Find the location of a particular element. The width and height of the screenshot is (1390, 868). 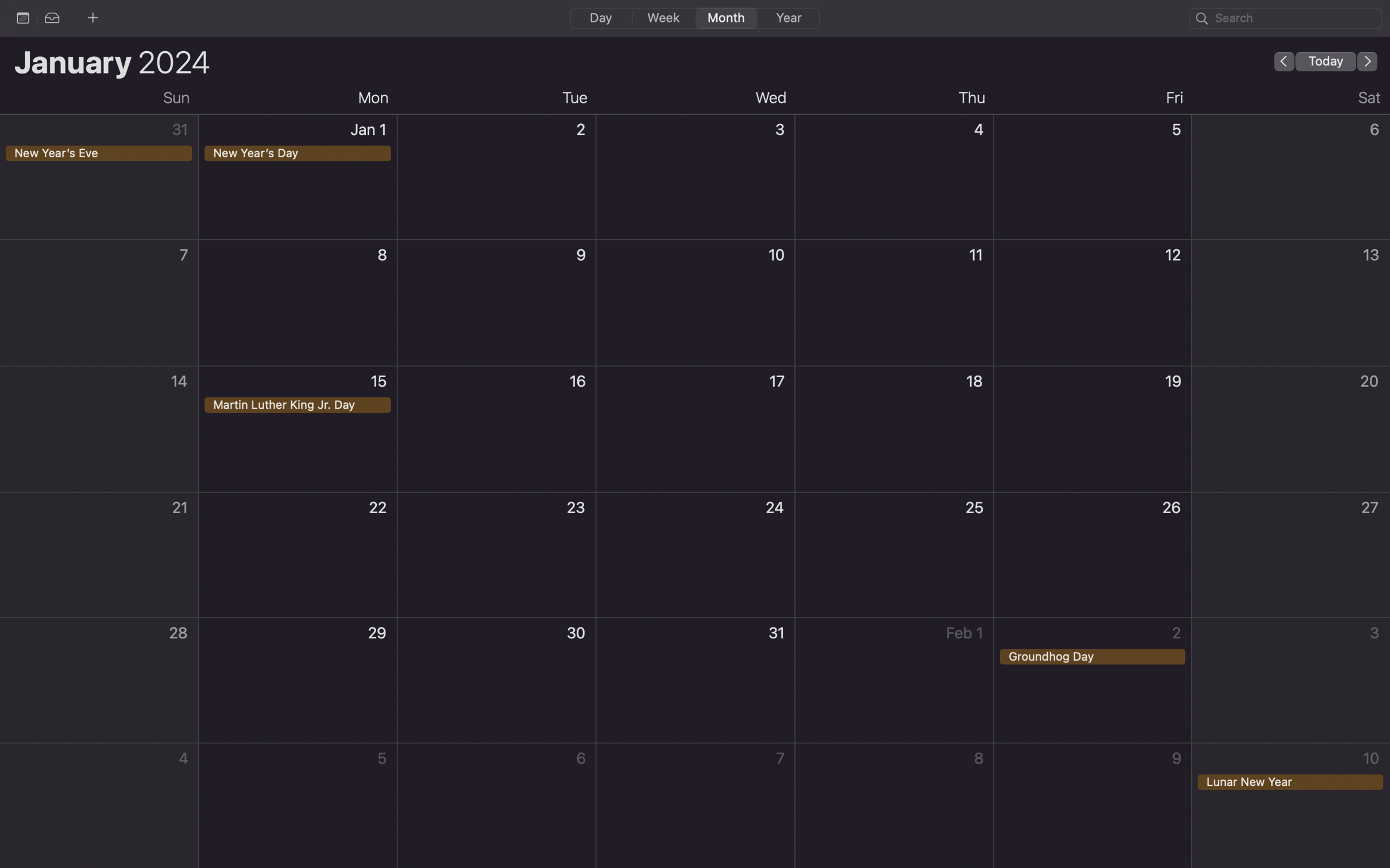

Switch to the following month in the calendar is located at coordinates (1368, 60).